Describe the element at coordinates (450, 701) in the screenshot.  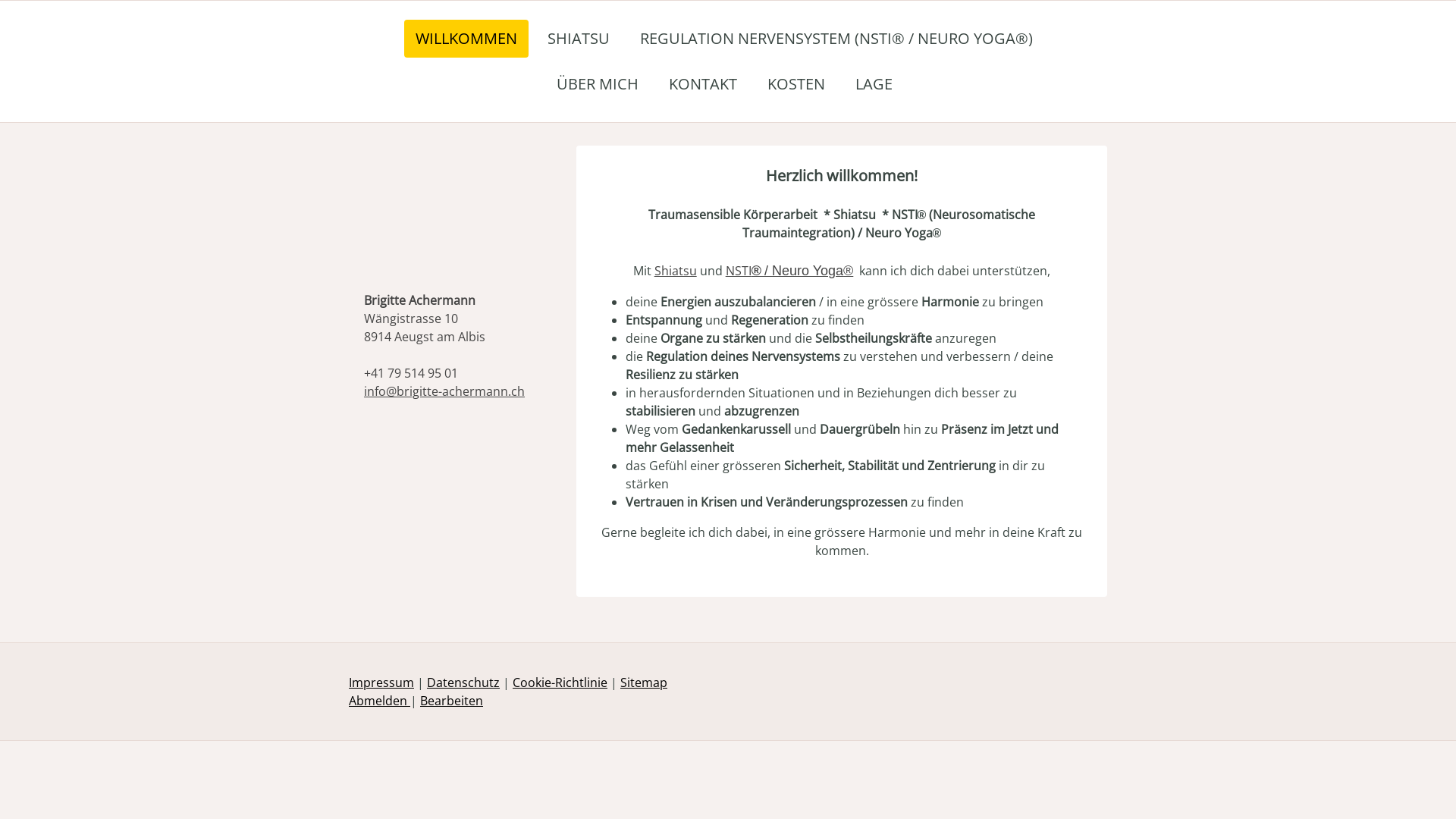
I see `'Bearbeiten'` at that location.